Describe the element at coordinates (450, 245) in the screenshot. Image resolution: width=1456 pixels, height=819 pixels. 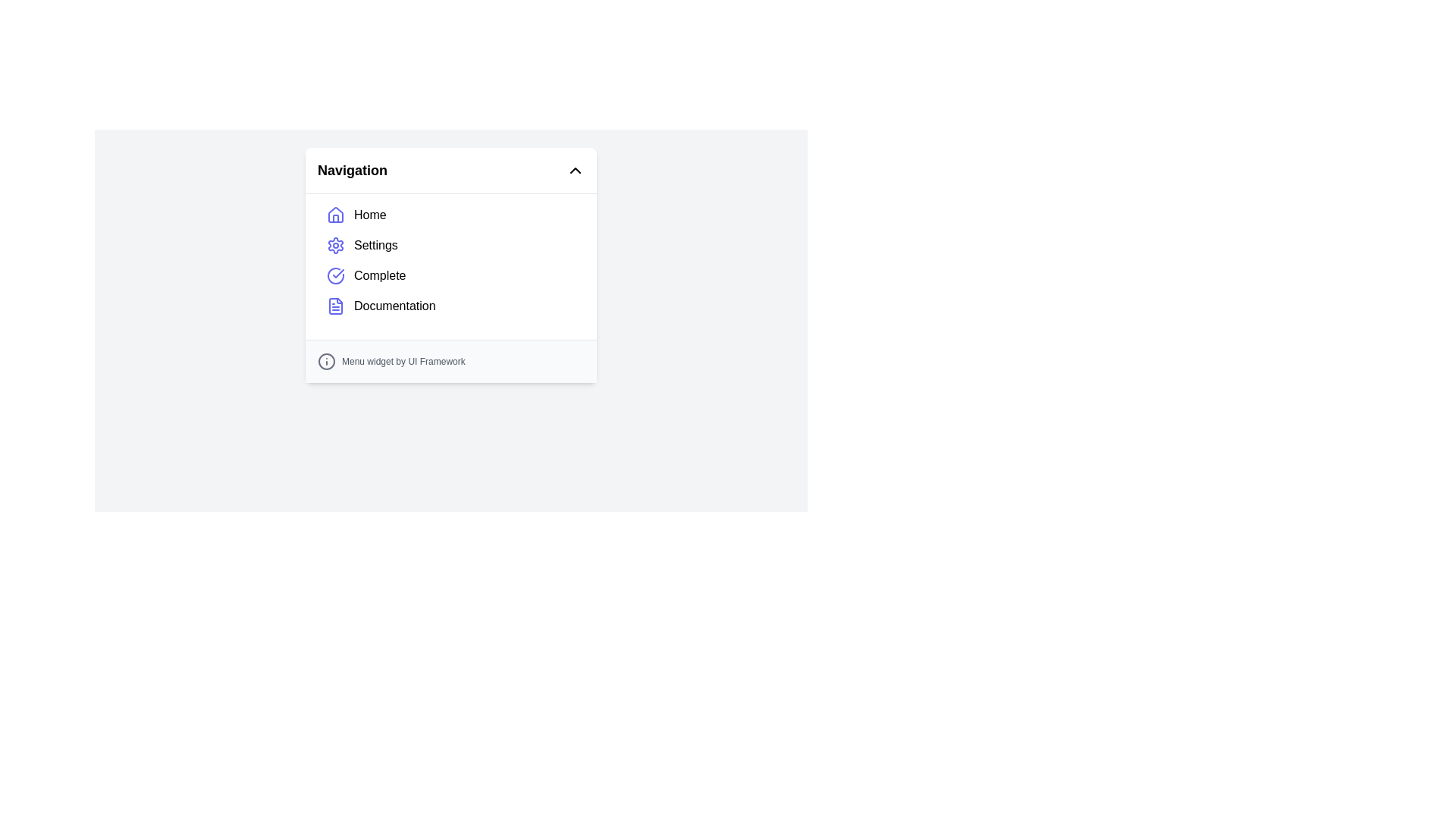
I see `the second navigation menu item titled 'Settings' located under the 'Navigation' section` at that location.